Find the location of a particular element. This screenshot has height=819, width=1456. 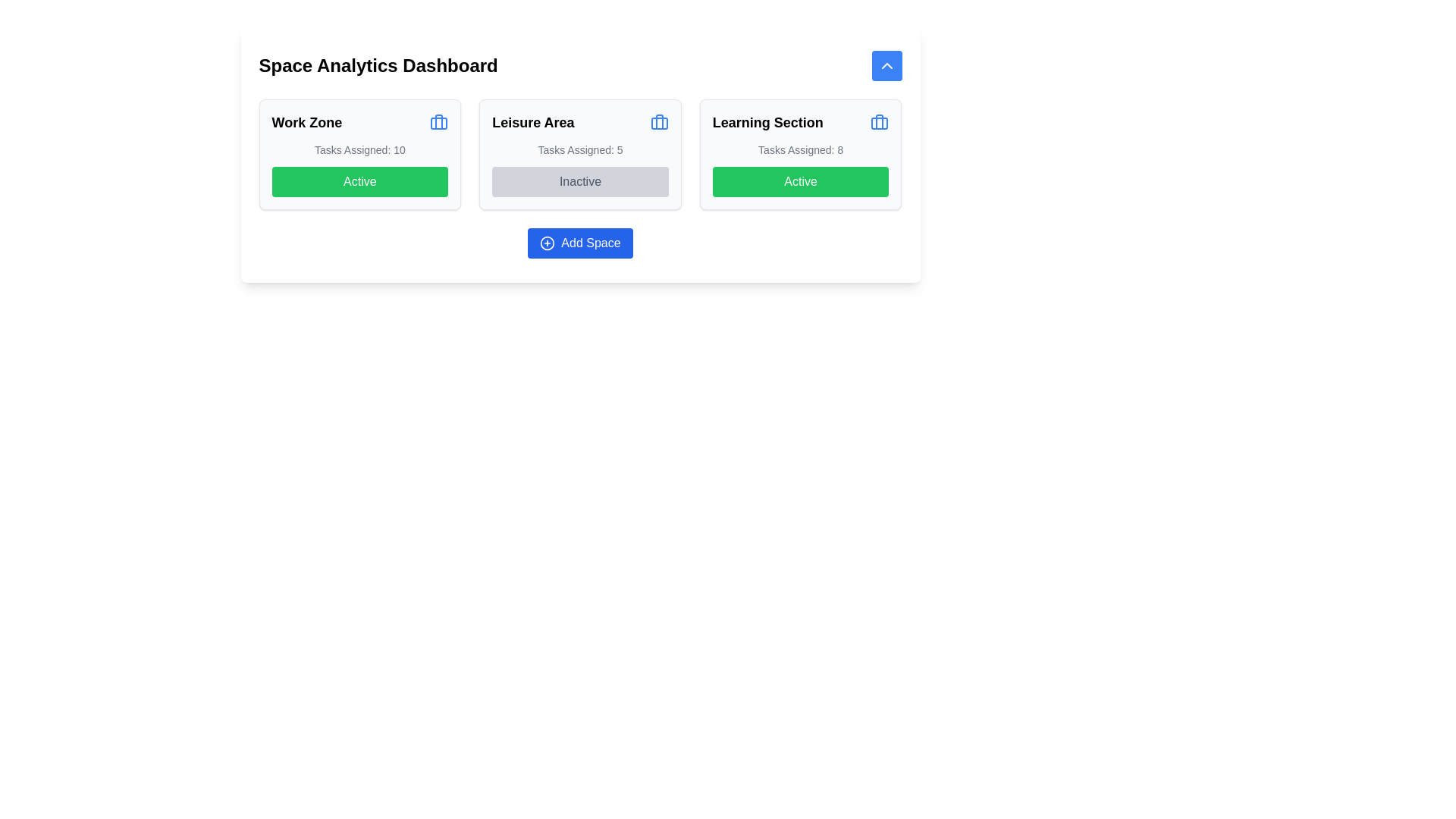

the text display element showing 'Tasks Assigned: 10' beneath the 'Work Zone' header is located at coordinates (359, 149).